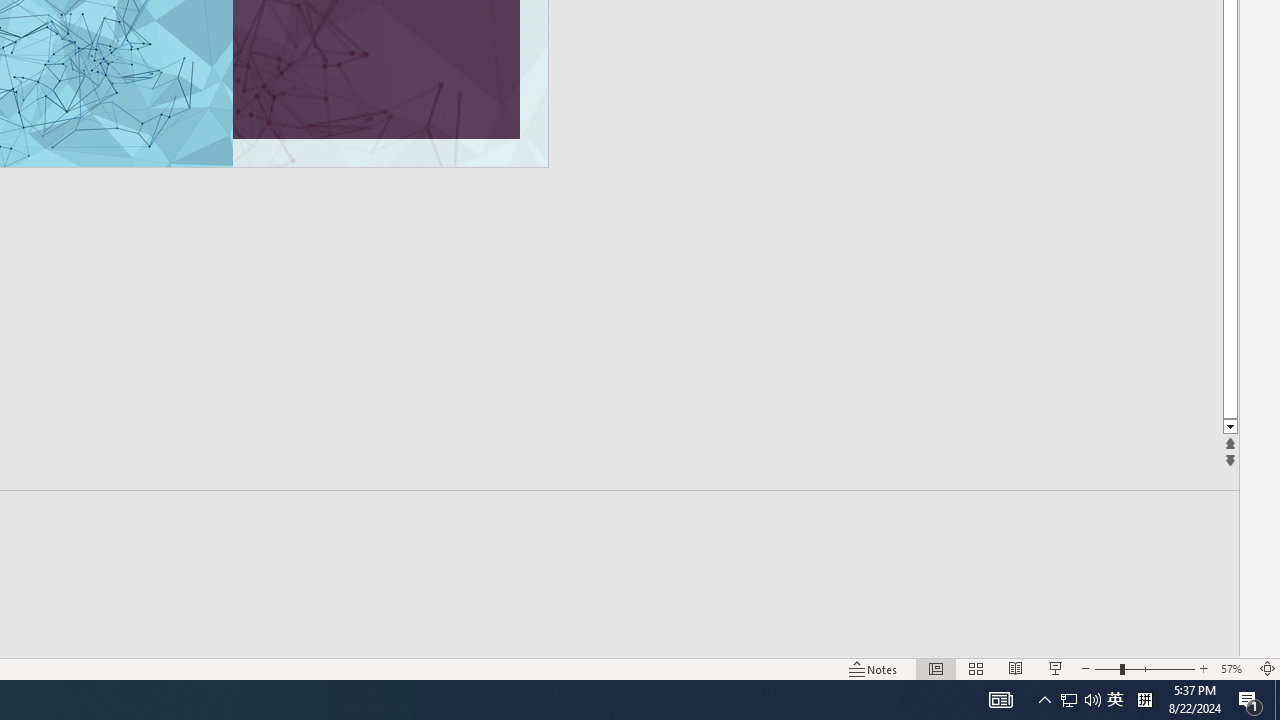 The image size is (1280, 720). I want to click on 'Line down', so click(1229, 426).